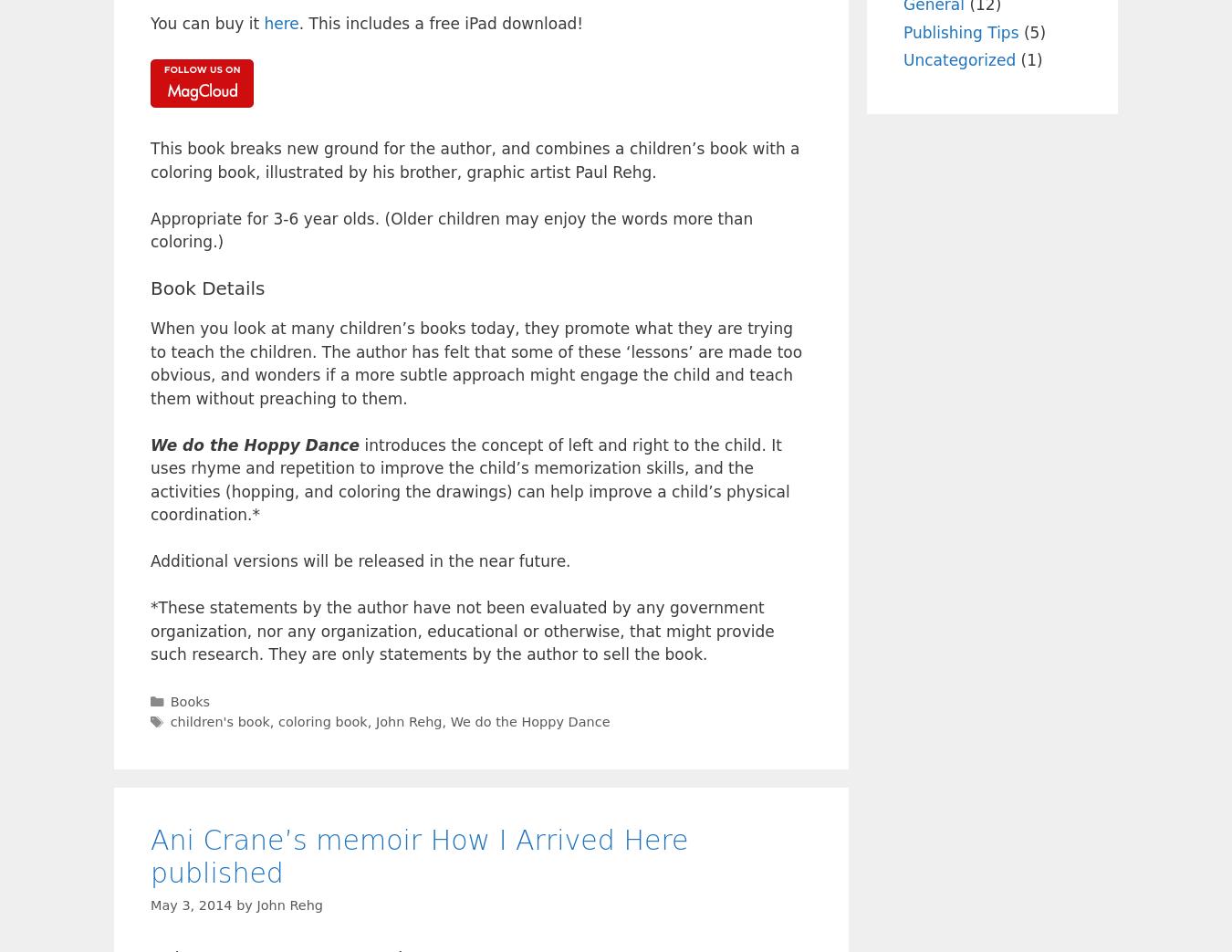 This screenshot has width=1232, height=952. What do you see at coordinates (451, 229) in the screenshot?
I see `'Appropriate for 3-6 year olds. (Older children may enjoy the words more than coloring.)'` at bounding box center [451, 229].